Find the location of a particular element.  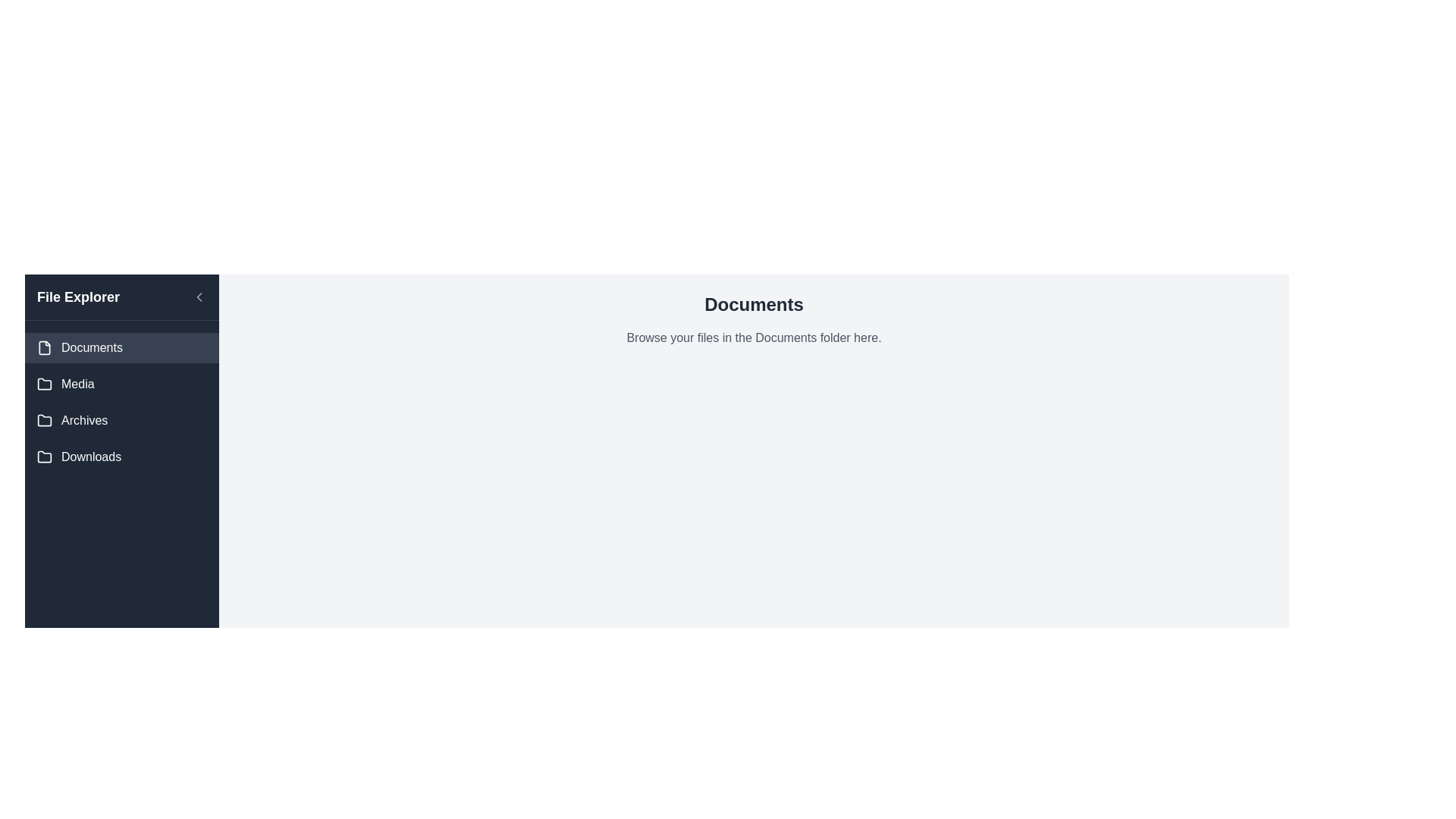

the 'Documents' button in the File Explorer sidebar is located at coordinates (122, 348).